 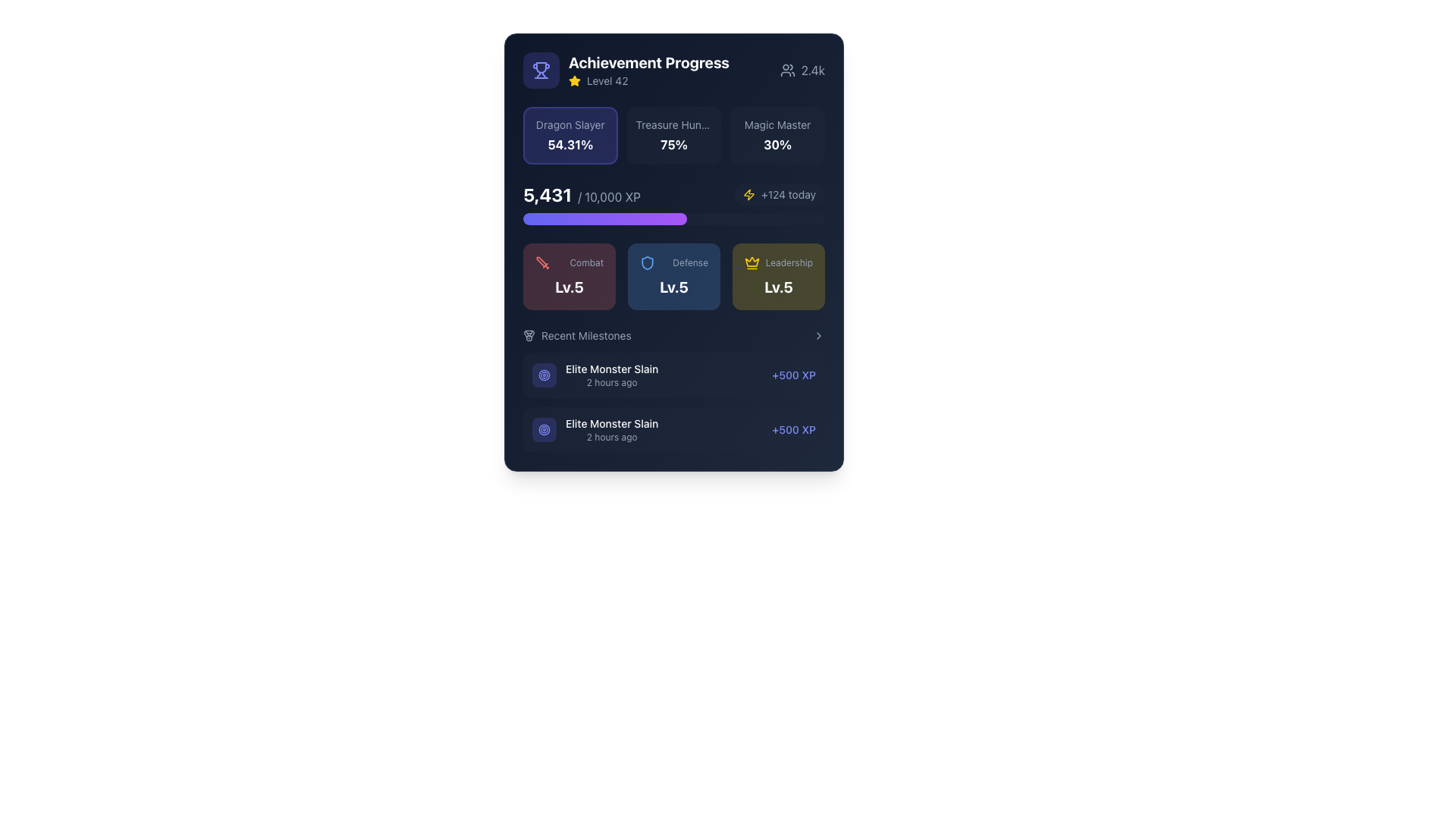 I want to click on the Polygon graphical element representing the sword icon, which is located next to the text 'Combat Lv.5' in a reddish-brown box, so click(x=541, y=261).